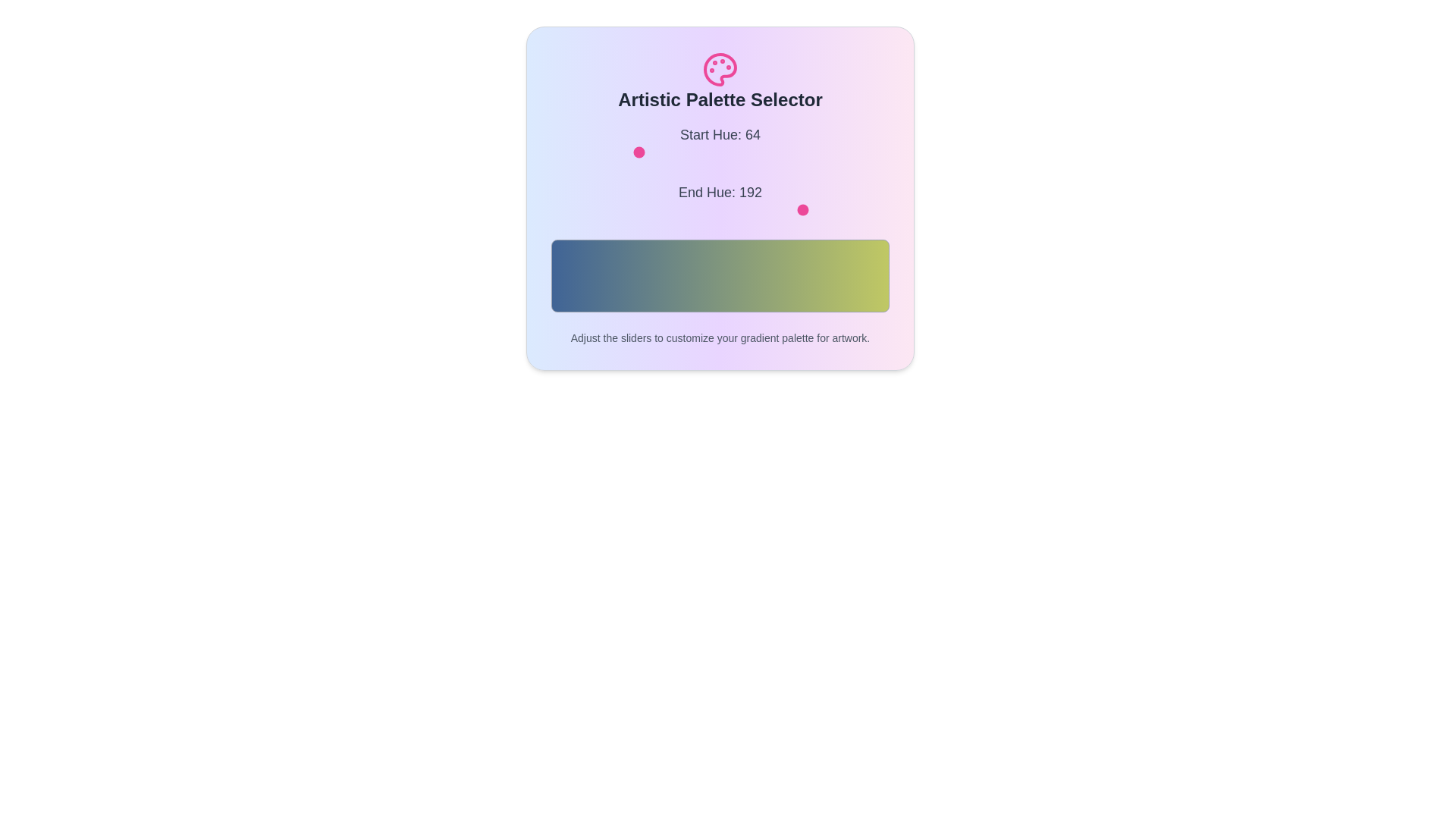  Describe the element at coordinates (720, 70) in the screenshot. I see `the header icon to emphasize it visually` at that location.